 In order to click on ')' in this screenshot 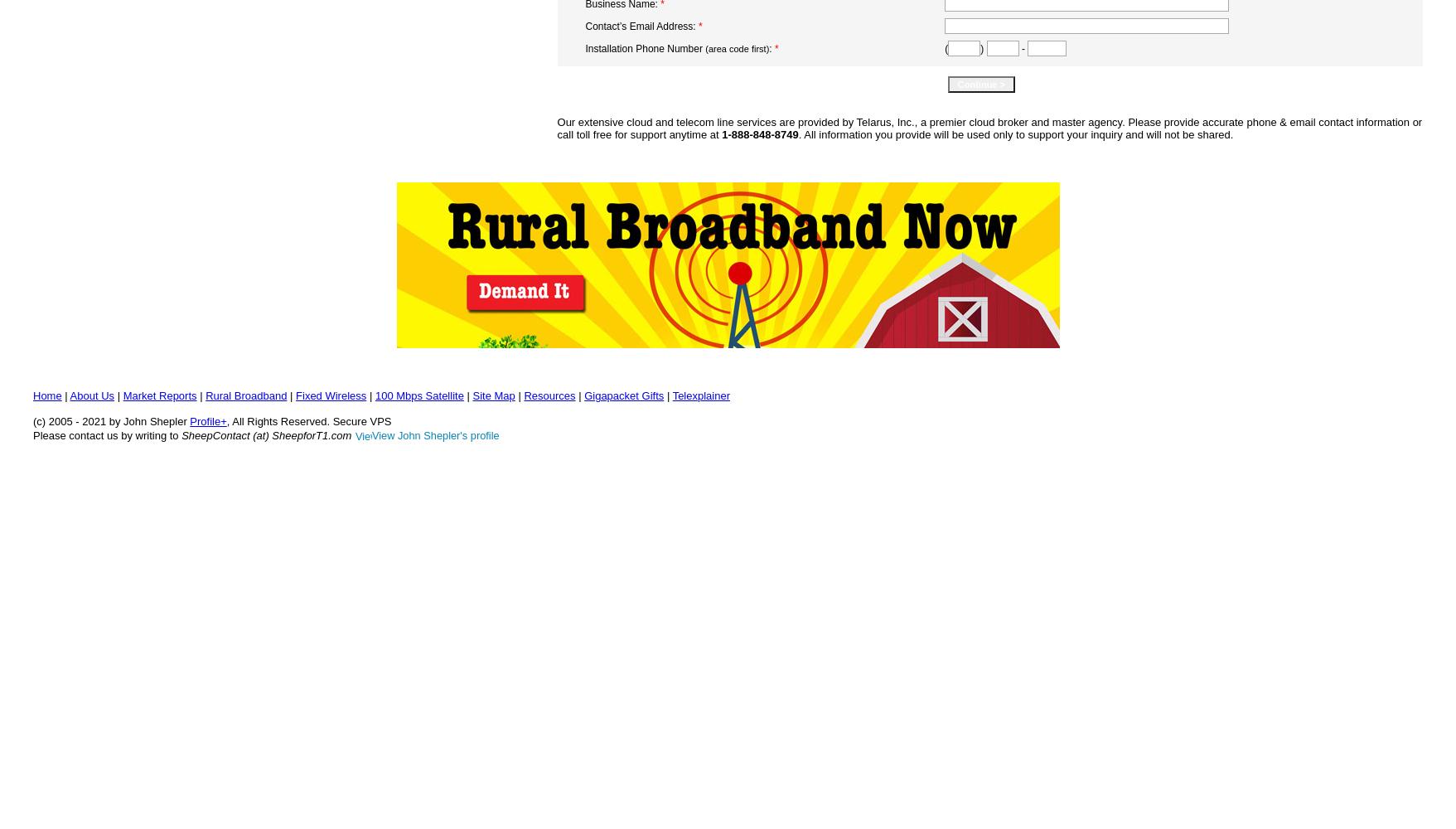, I will do `click(982, 49)`.